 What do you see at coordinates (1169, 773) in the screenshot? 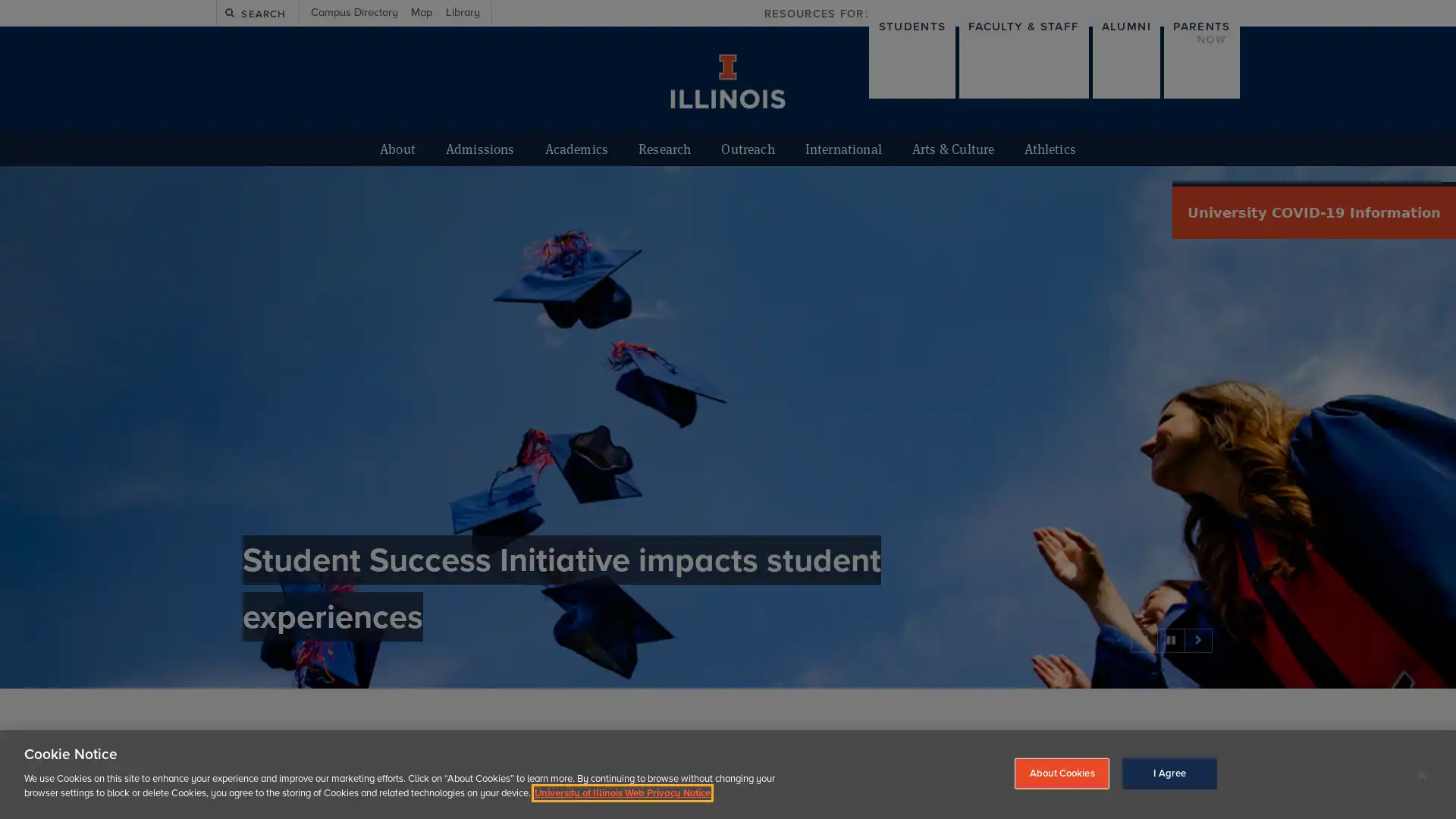
I see `I Agree` at bounding box center [1169, 773].